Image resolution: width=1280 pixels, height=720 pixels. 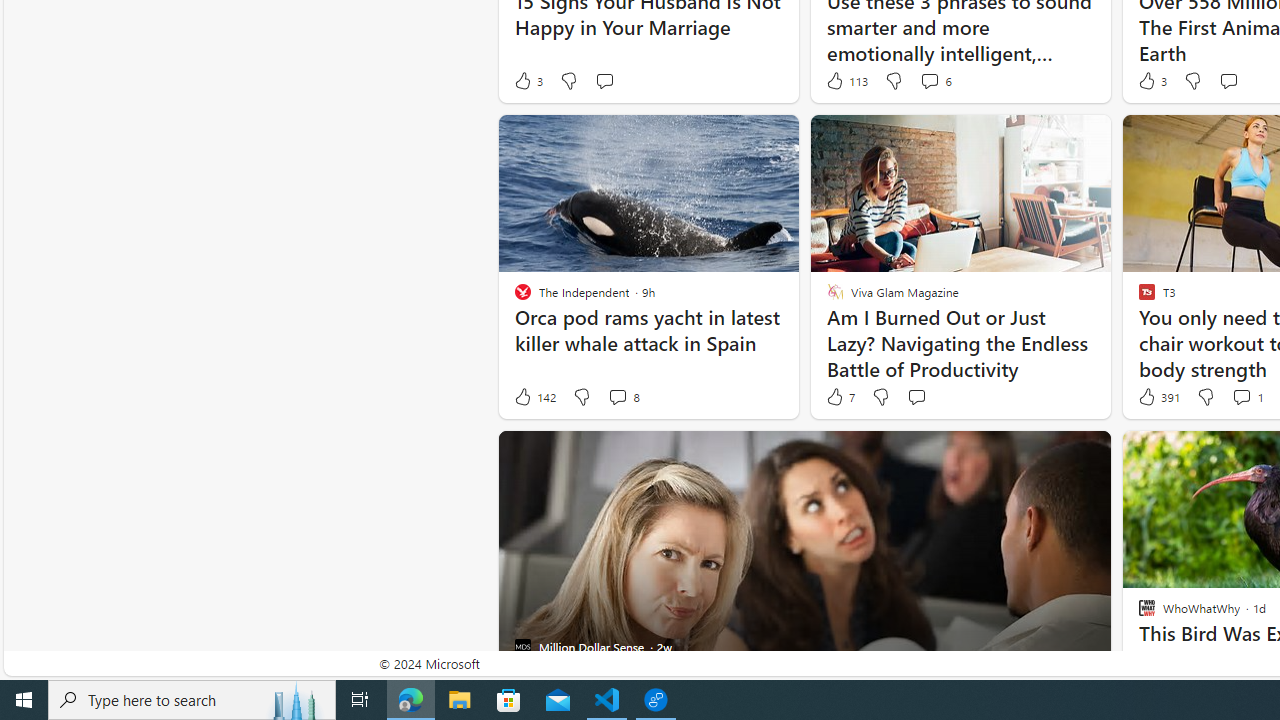 What do you see at coordinates (846, 80) in the screenshot?
I see `'113 Like'` at bounding box center [846, 80].